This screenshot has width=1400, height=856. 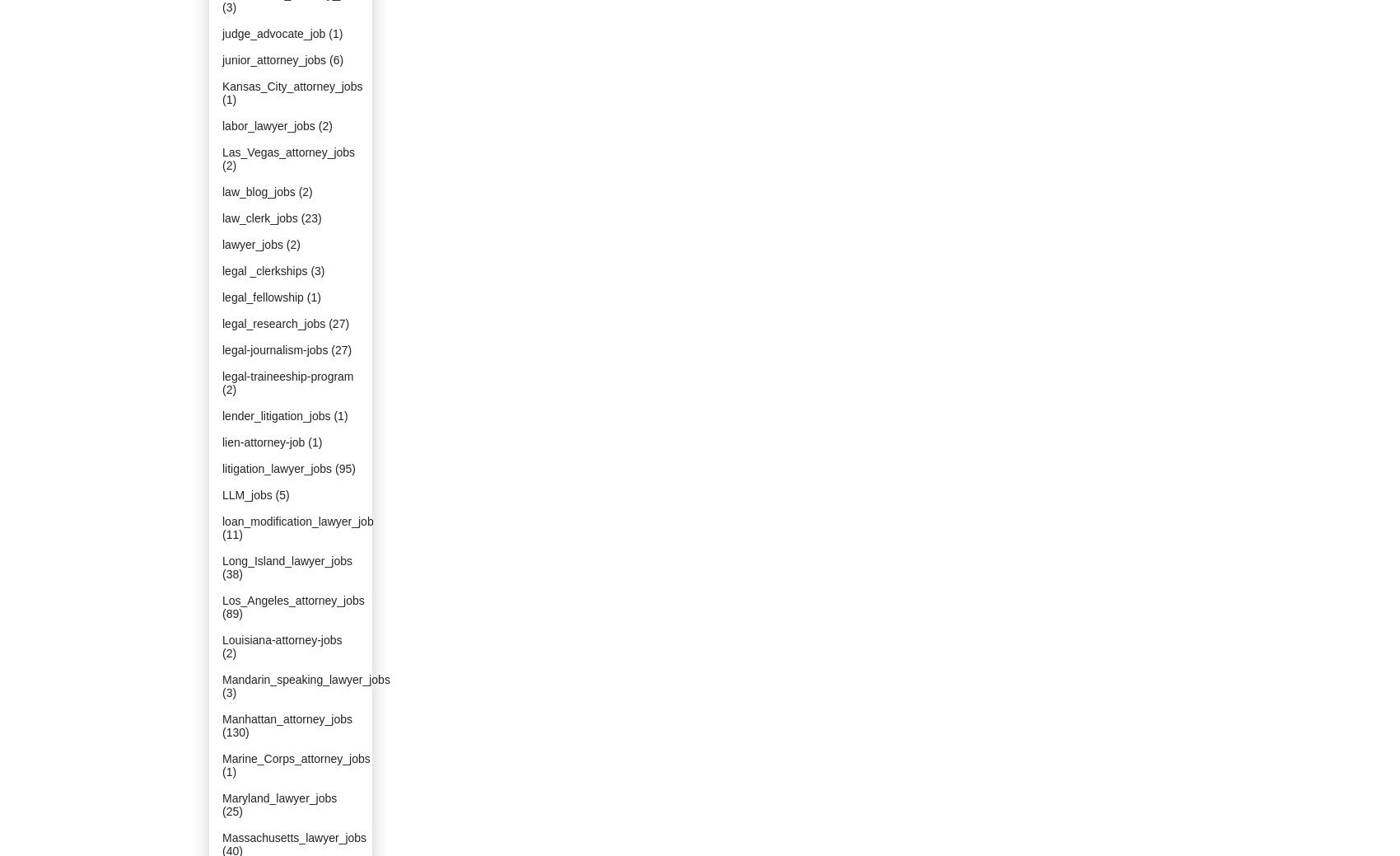 I want to click on 'legal _clerkships', so click(x=222, y=271).